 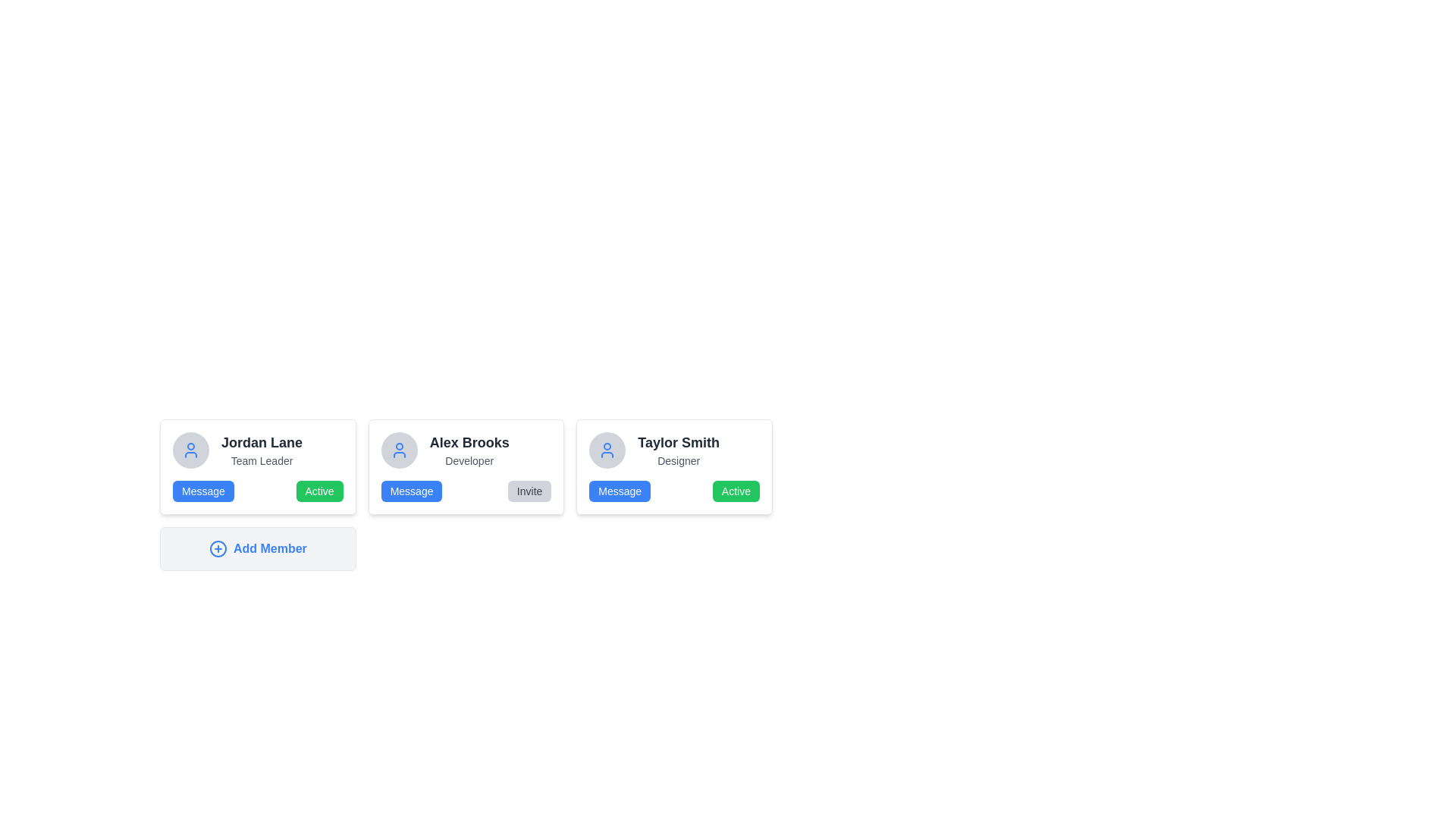 What do you see at coordinates (529, 491) in the screenshot?
I see `the rounded rectangular button labeled 'Invite' located at the bottom-right corner of Alex Brooks' card` at bounding box center [529, 491].